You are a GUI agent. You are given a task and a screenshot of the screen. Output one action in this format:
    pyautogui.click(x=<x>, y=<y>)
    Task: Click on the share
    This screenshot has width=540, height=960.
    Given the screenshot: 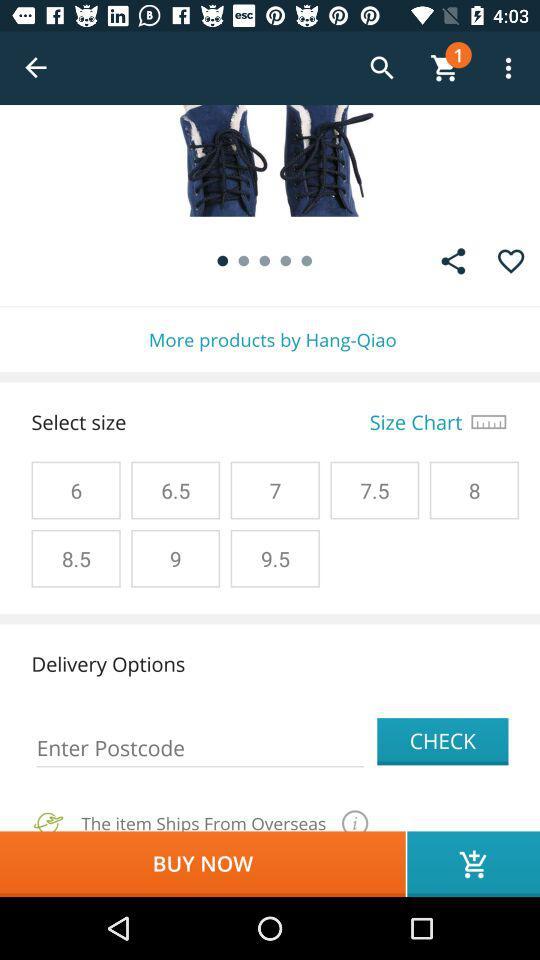 What is the action you would take?
    pyautogui.click(x=453, y=260)
    